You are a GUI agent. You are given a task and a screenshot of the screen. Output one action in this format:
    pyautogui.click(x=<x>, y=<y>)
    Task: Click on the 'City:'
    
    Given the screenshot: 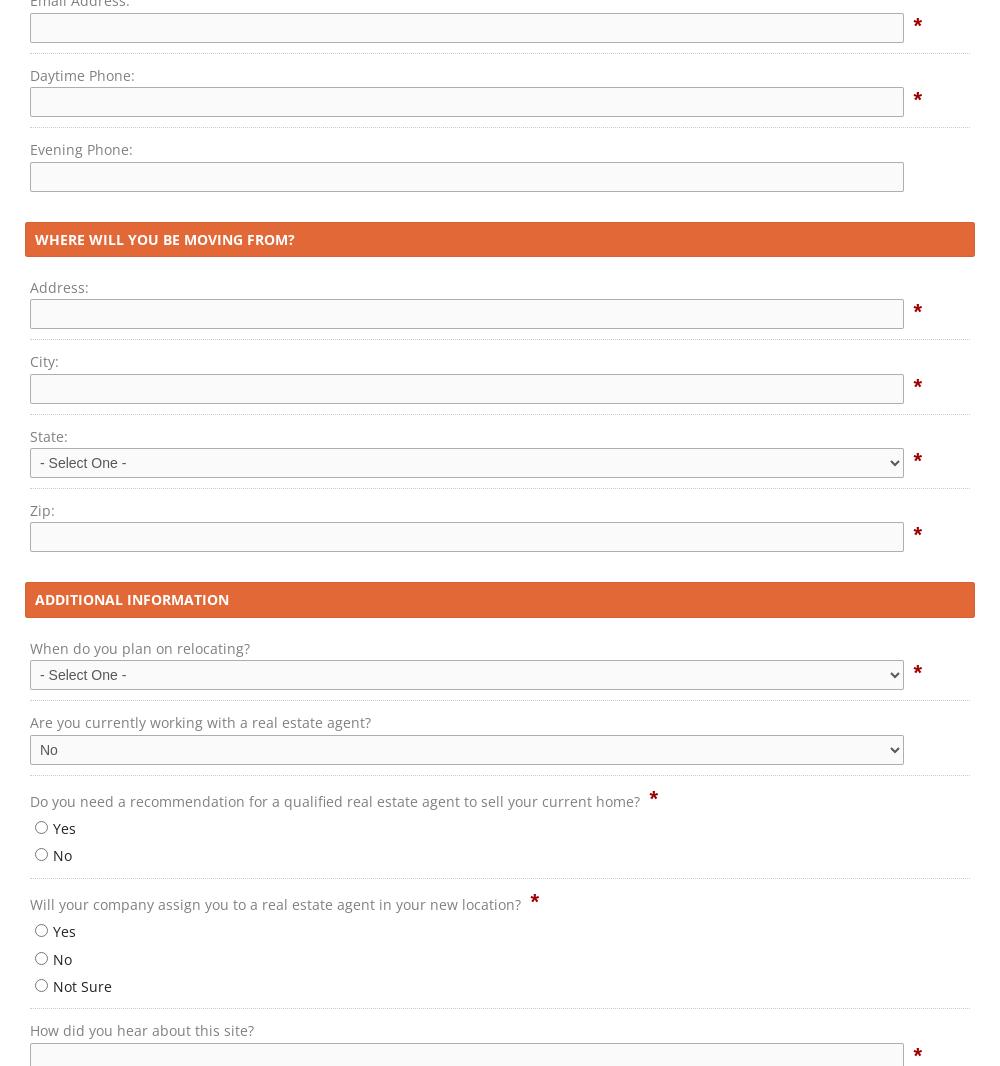 What is the action you would take?
    pyautogui.click(x=44, y=361)
    